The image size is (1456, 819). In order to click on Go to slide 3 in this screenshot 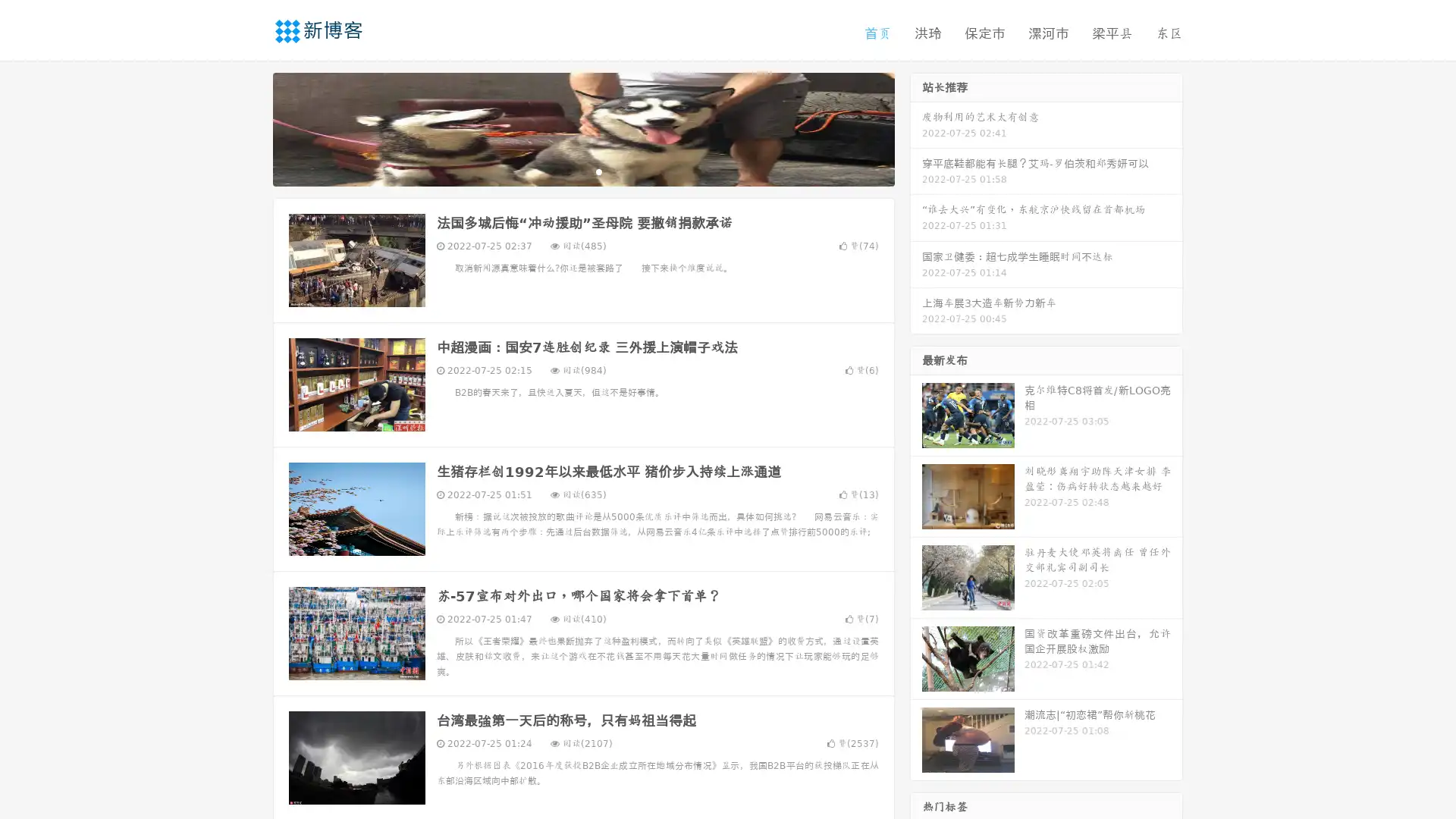, I will do `click(598, 171)`.